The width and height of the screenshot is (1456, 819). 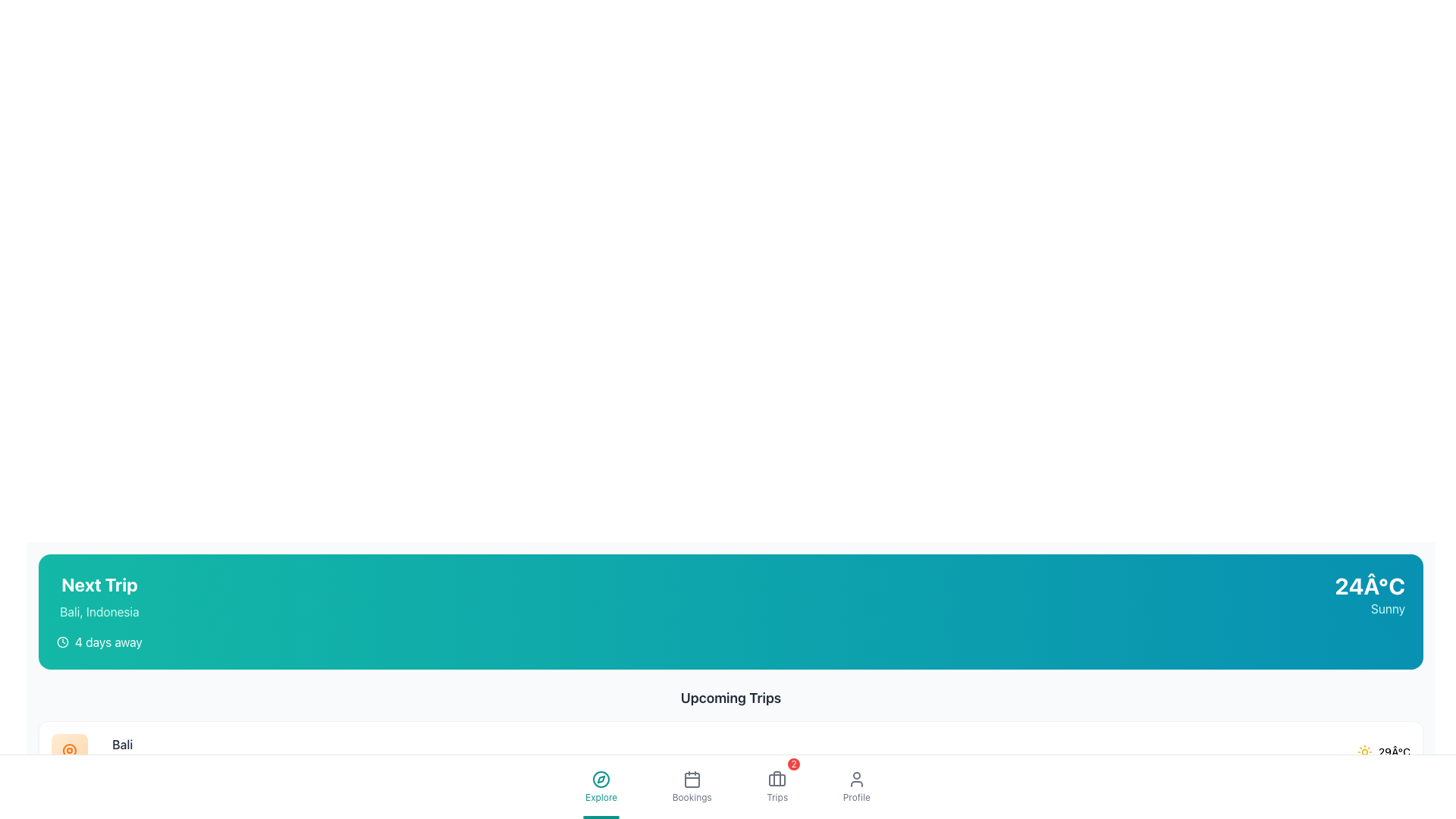 I want to click on the 'Profile' text label in the bottom-right corner of the navigation bar, which indicates the Profile section of the application, so click(x=856, y=797).